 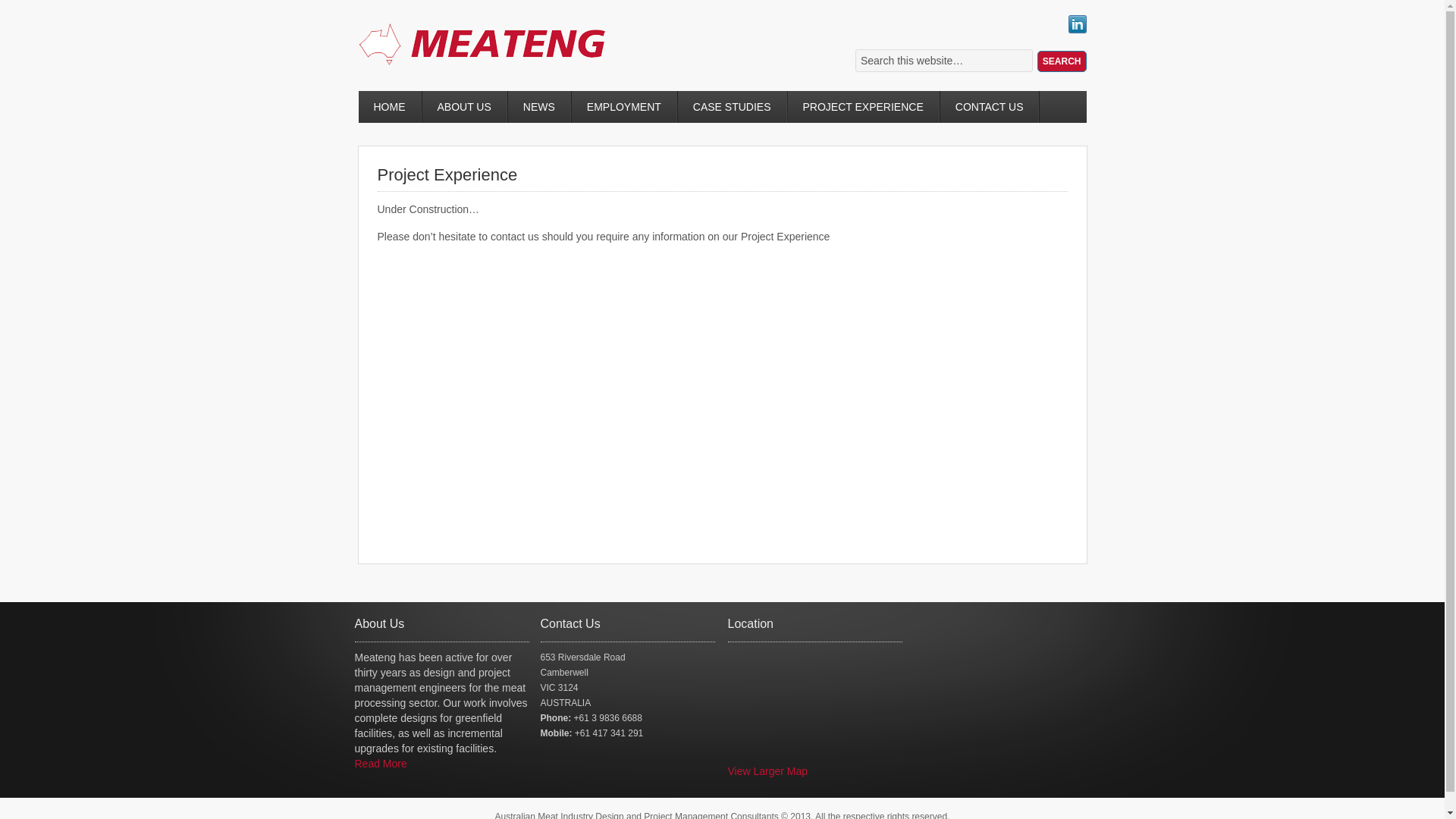 What do you see at coordinates (494, 58) in the screenshot?
I see `'MEATENG'` at bounding box center [494, 58].